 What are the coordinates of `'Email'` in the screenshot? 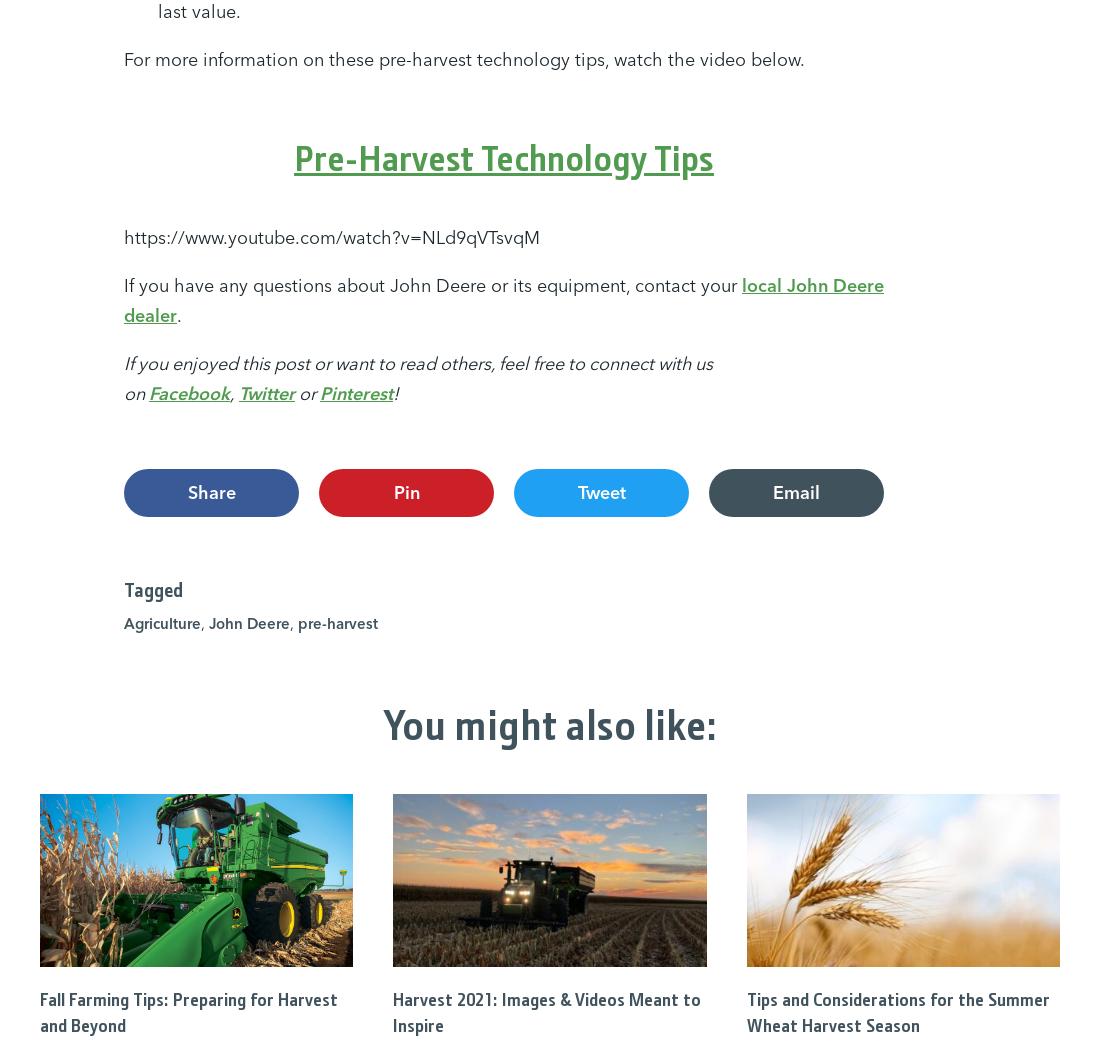 It's located at (796, 491).